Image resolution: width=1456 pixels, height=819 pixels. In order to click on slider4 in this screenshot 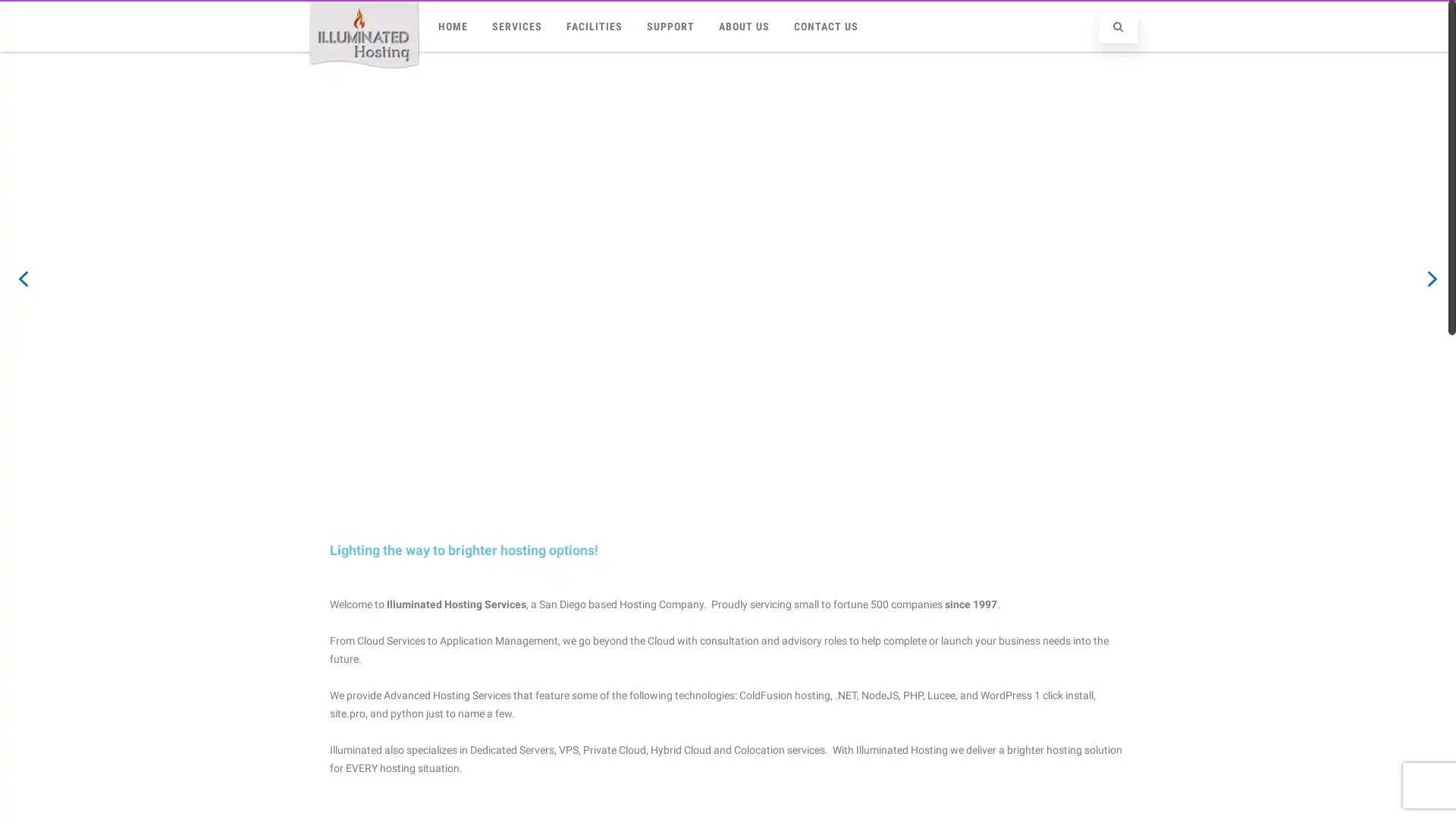, I will do `click(748, 489)`.